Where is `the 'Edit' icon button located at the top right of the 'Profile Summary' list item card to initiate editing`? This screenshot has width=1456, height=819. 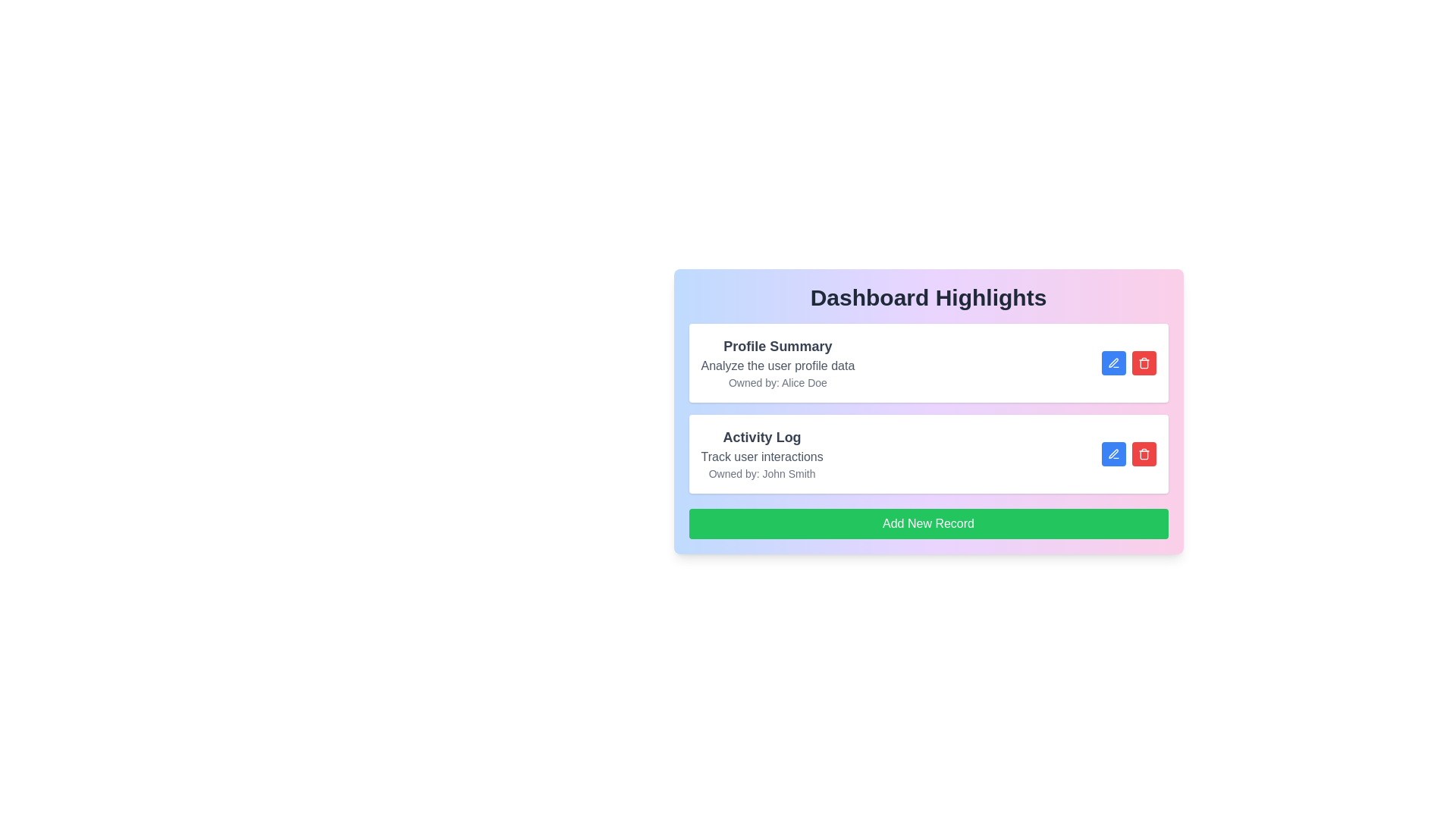
the 'Edit' icon button located at the top right of the 'Profile Summary' list item card to initiate editing is located at coordinates (1113, 362).